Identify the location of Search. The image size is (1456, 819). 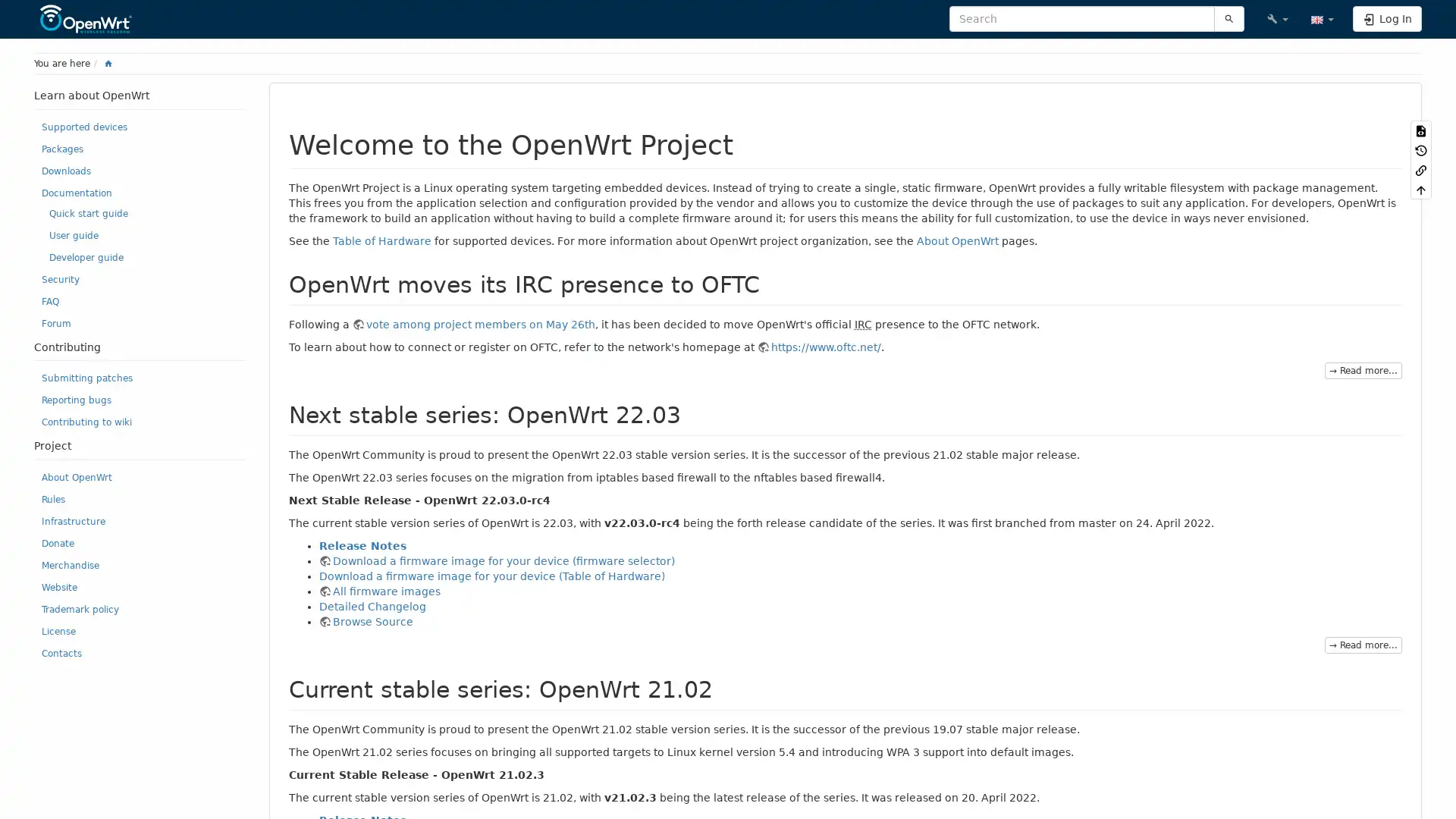
(1228, 18).